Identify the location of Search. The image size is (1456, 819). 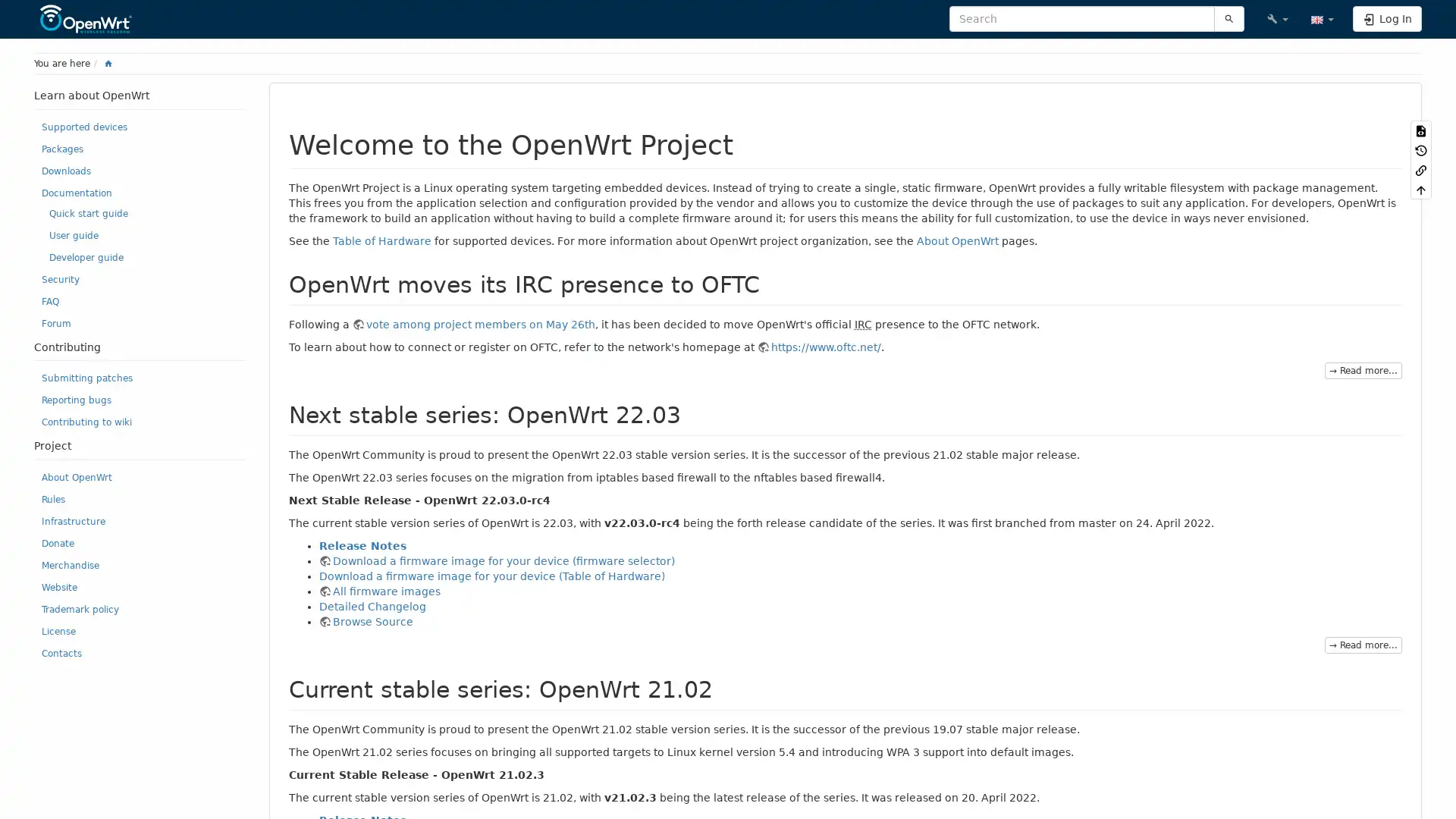
(1228, 18).